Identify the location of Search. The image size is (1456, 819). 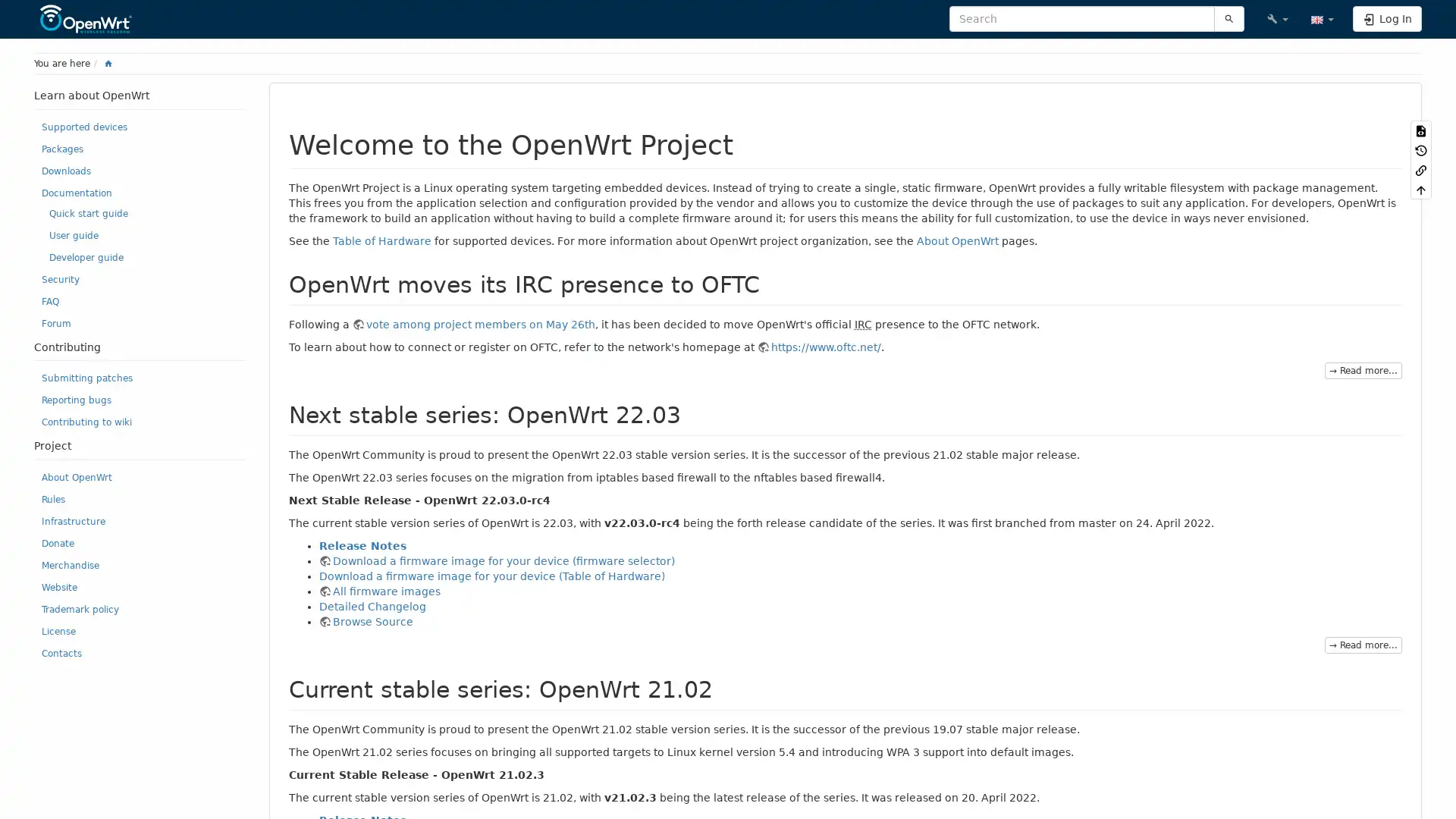
(1228, 18).